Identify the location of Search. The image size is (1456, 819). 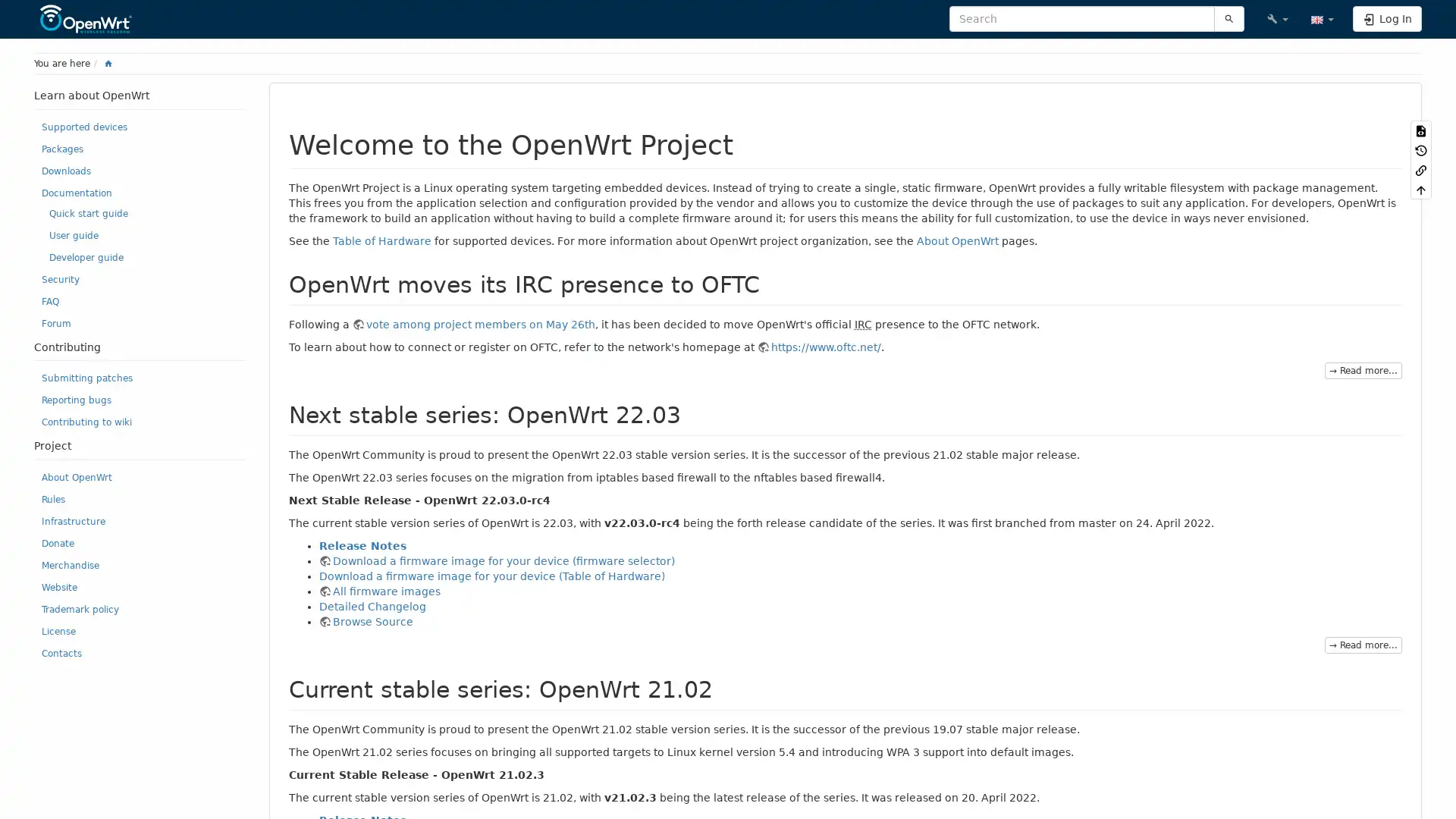
(1228, 18).